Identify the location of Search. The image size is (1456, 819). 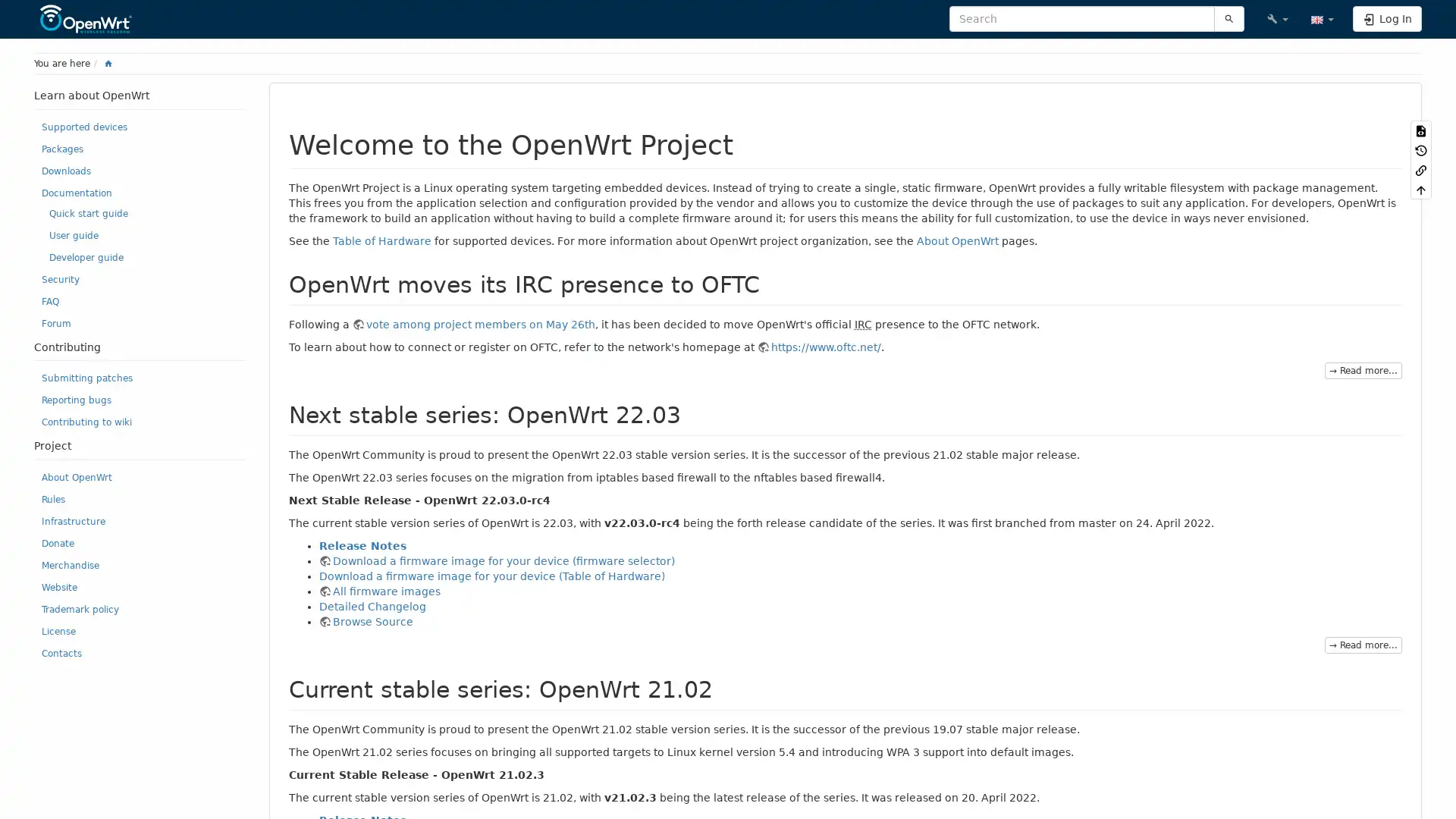
(1228, 18).